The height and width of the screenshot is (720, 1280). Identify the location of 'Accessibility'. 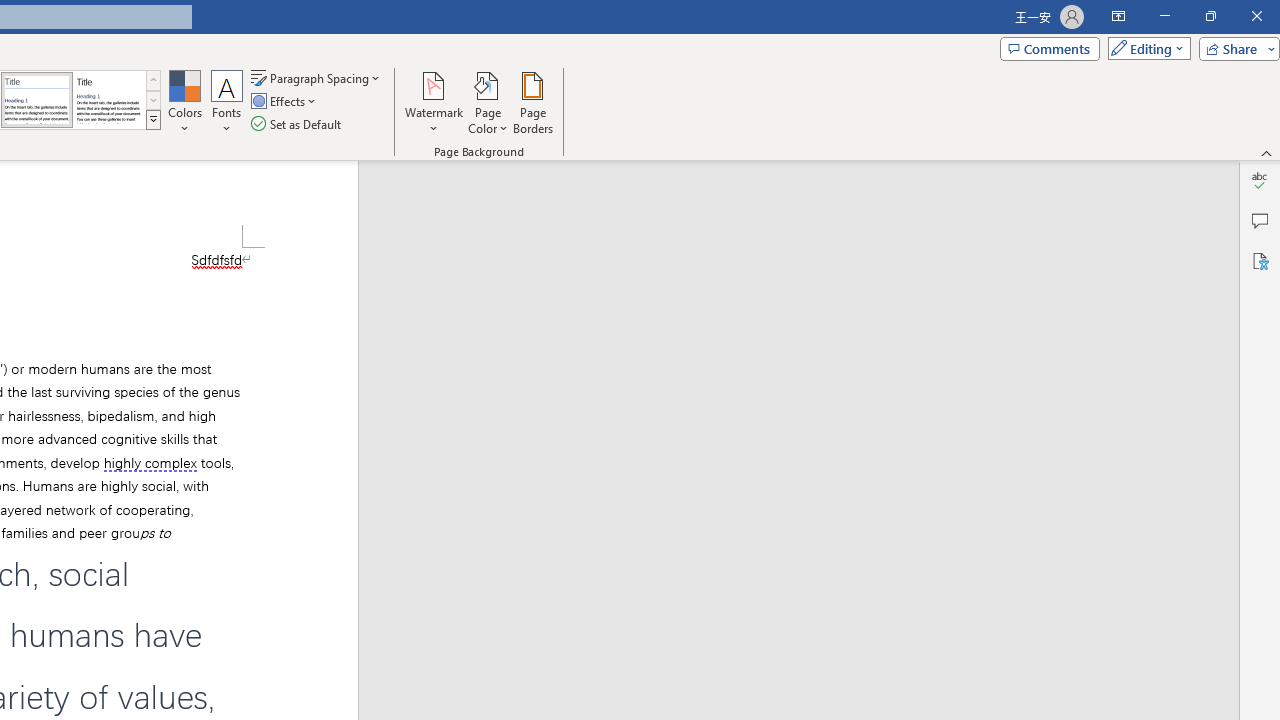
(1259, 260).